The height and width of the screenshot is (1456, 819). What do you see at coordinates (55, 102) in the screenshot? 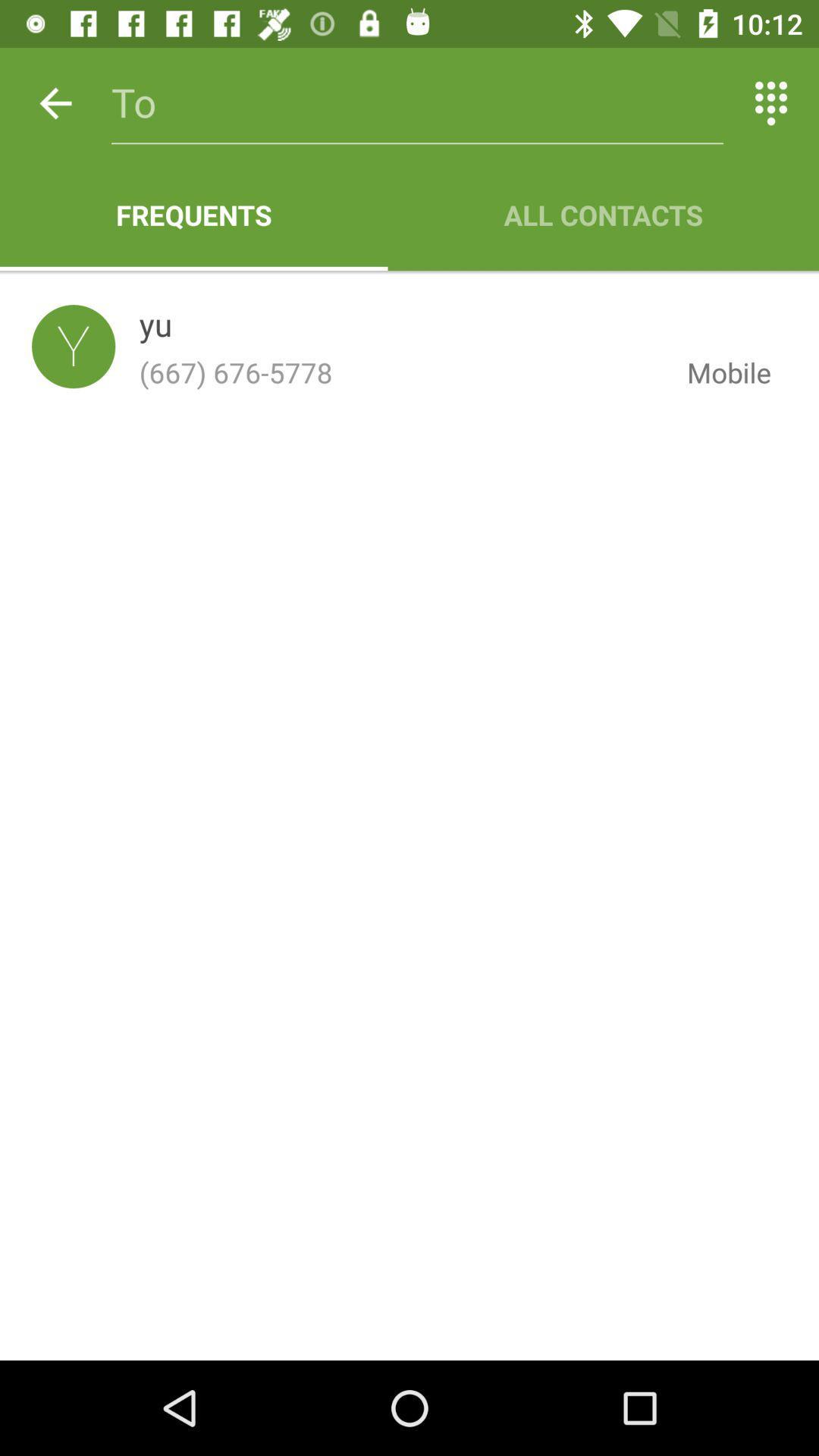
I see `app above the frequents item` at bounding box center [55, 102].